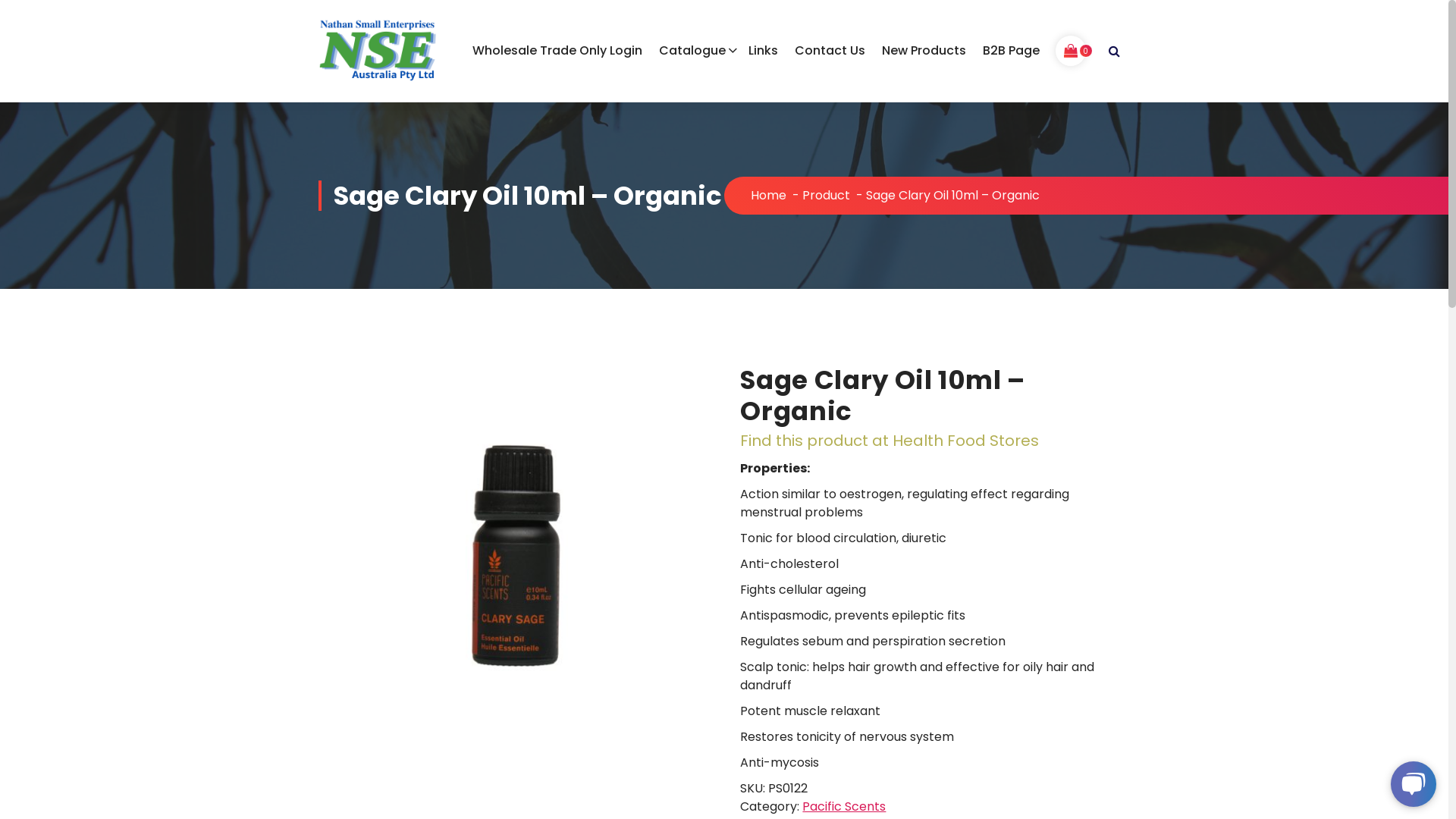  What do you see at coordinates (801, 805) in the screenshot?
I see `'Pacific Scents'` at bounding box center [801, 805].